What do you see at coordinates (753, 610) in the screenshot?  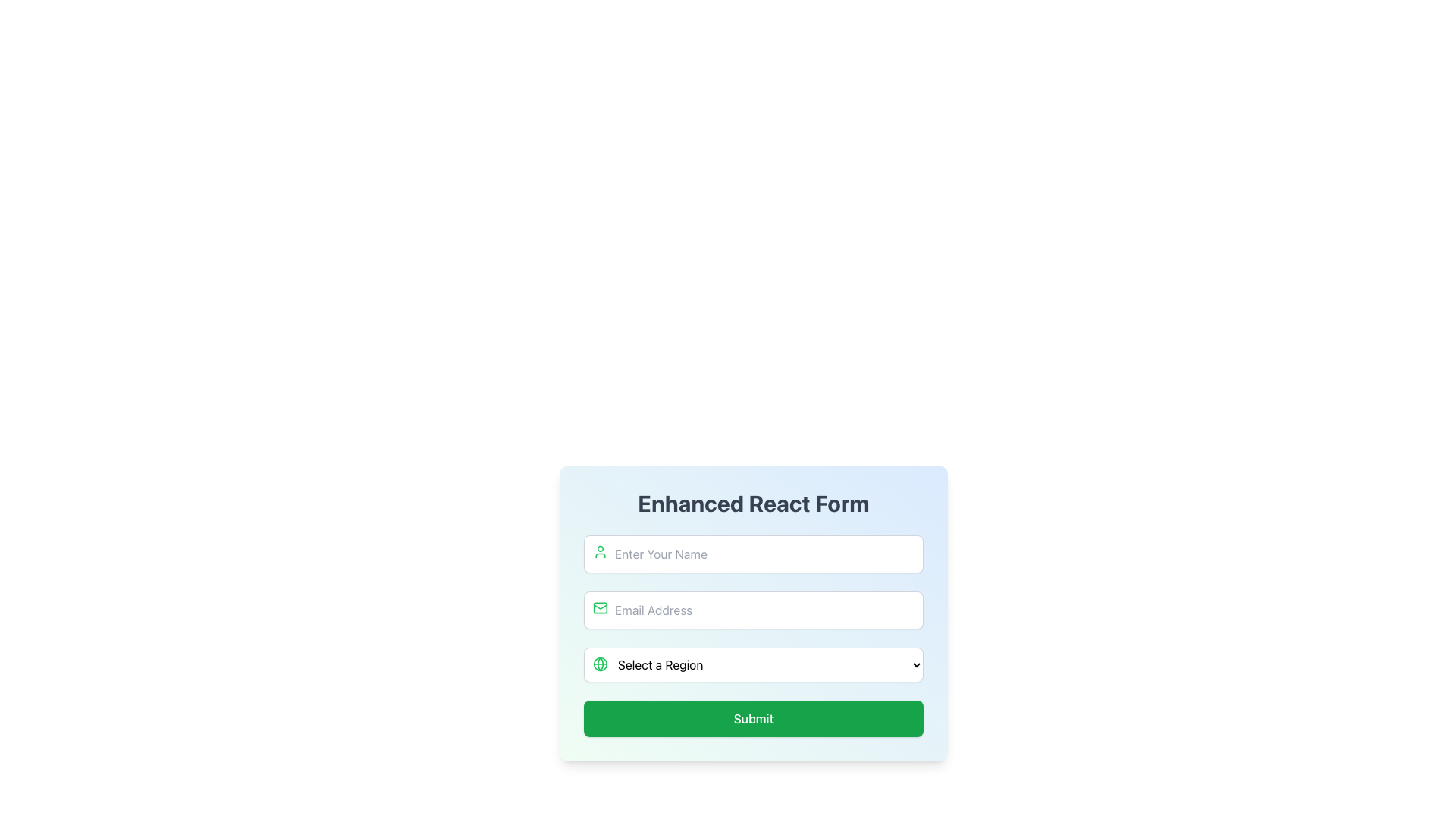 I see `the email input field, which is the second input in the vertical form layout` at bounding box center [753, 610].